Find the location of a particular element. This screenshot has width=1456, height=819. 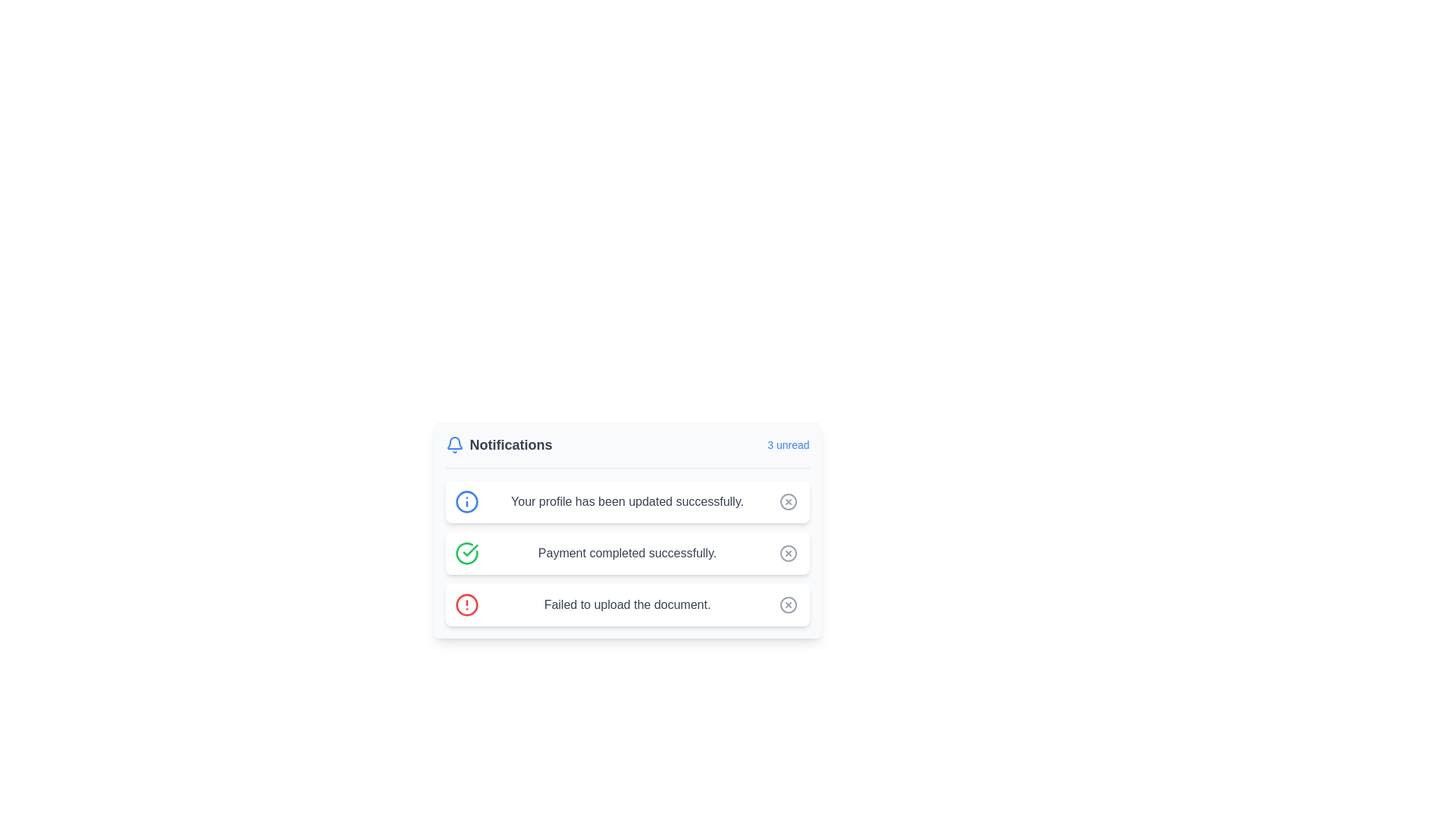

the text label that reads 'Your profile has been updated successfully.' within the first notification card under the 'Notifications' header by clicking on it is located at coordinates (627, 502).